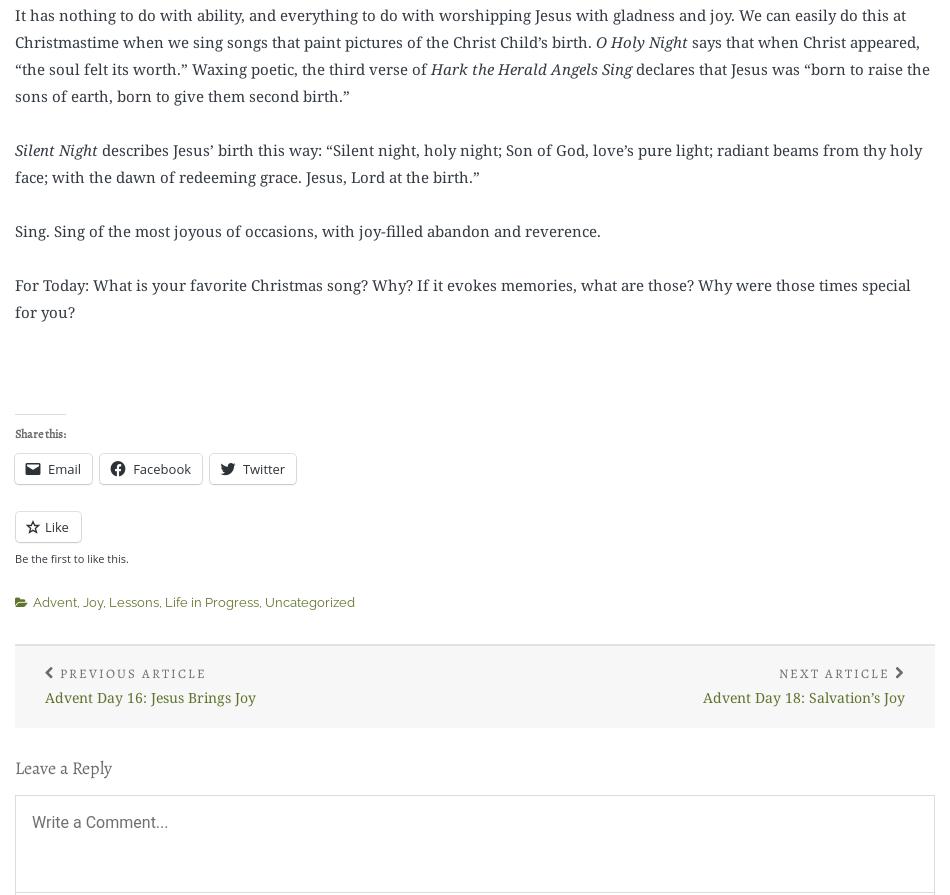 Image resolution: width=950 pixels, height=895 pixels. Describe the element at coordinates (15, 81) in the screenshot. I see `'declares that Jesus was “born to raise the sons of earth, born to give them second birth.”'` at that location.